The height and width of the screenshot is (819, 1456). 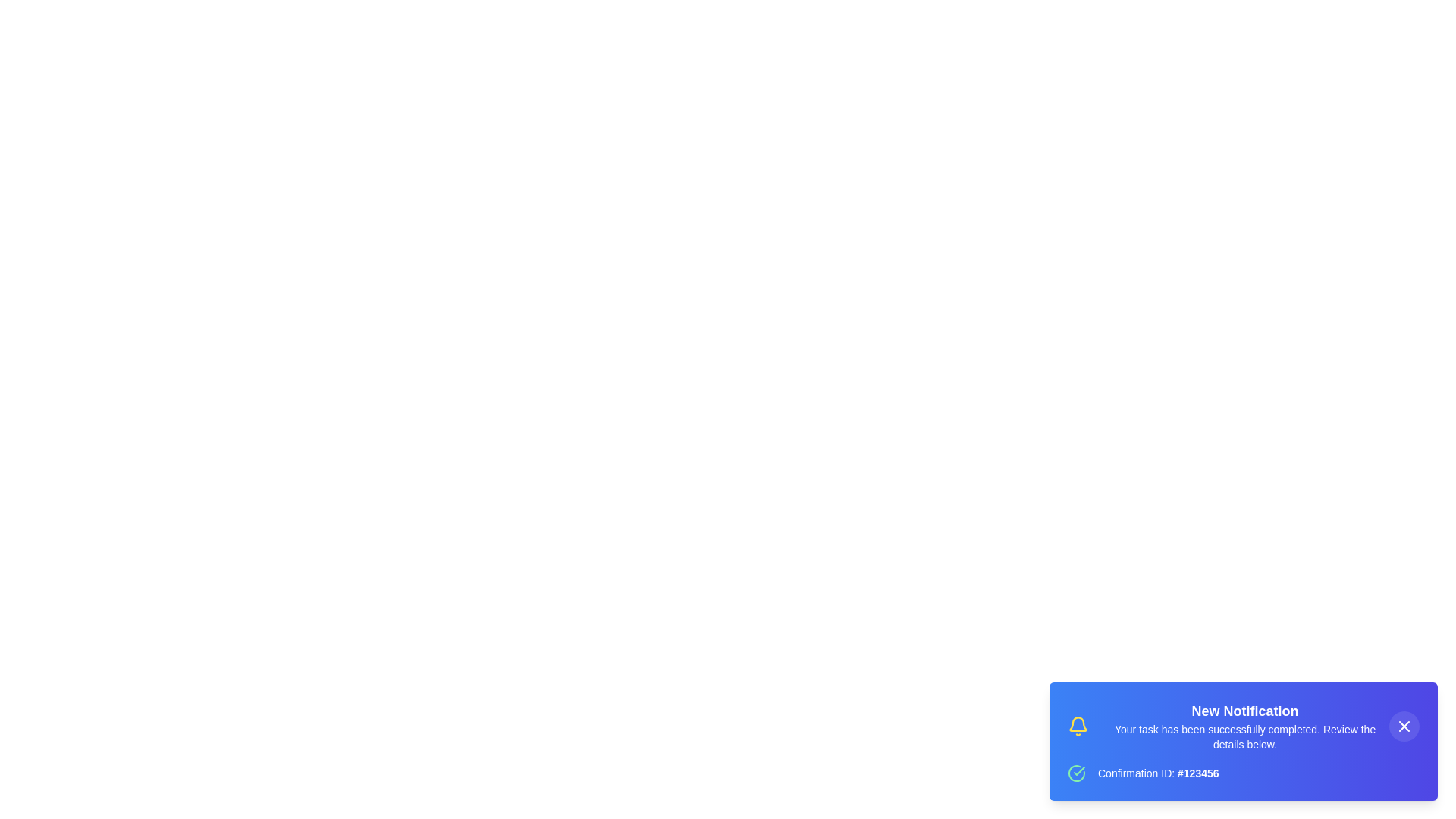 I want to click on heading text of the notification, which indicates the type or key message of the alert located at the top of the notification card, so click(x=1244, y=711).